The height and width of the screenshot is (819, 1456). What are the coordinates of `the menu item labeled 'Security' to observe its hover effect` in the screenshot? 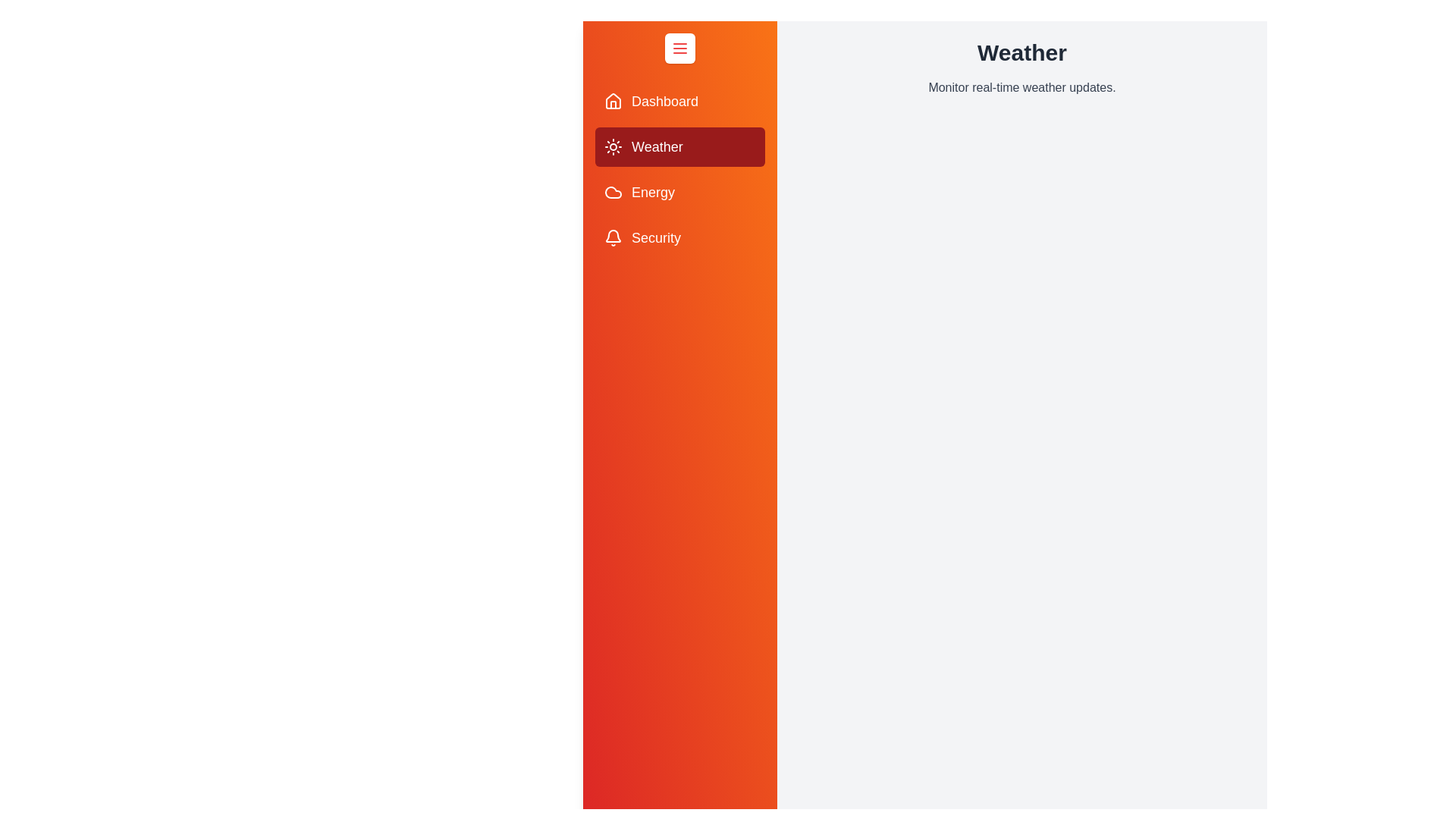 It's located at (679, 237).